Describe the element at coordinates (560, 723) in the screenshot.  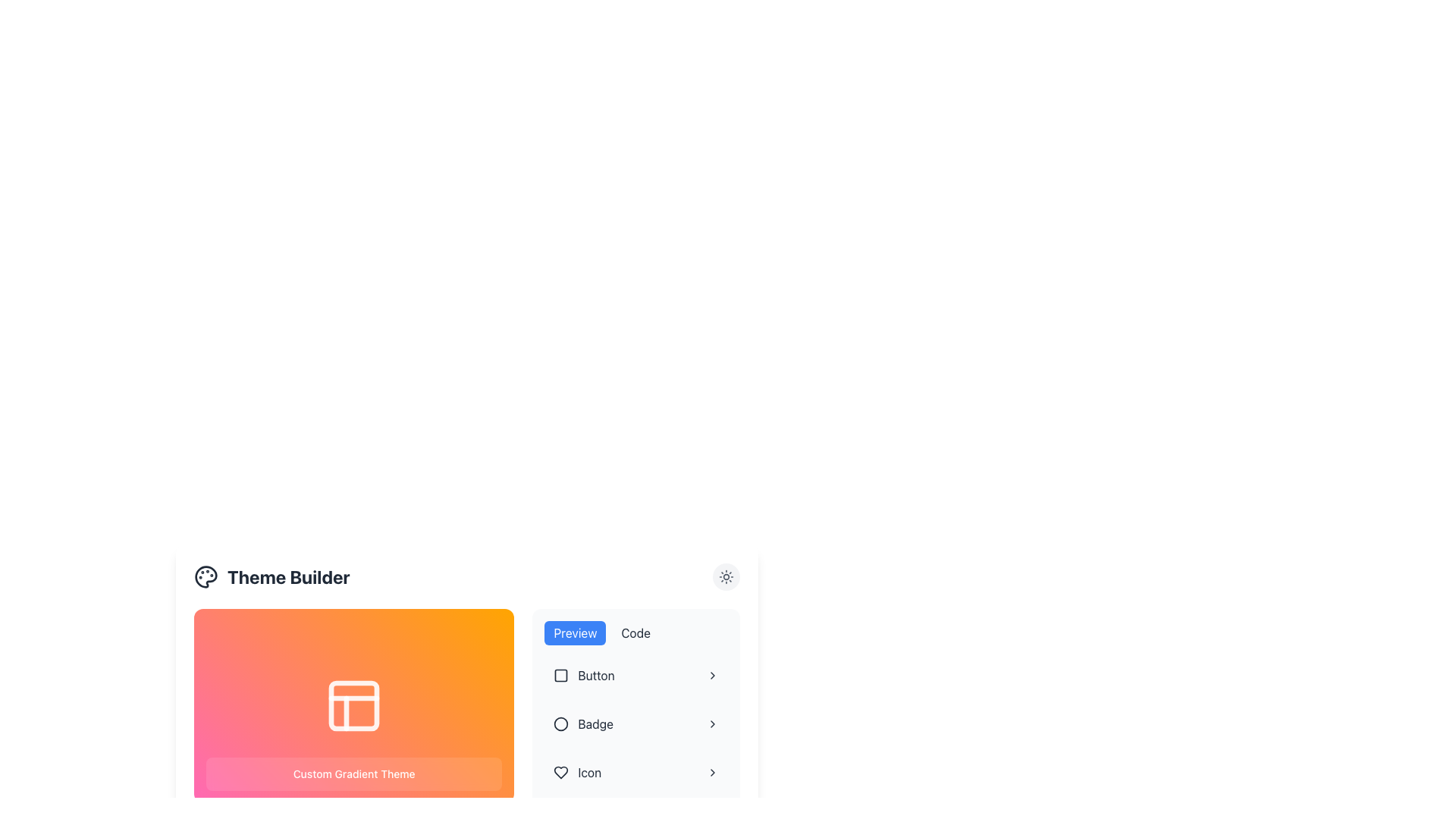
I see `the circular icon with a hollow center next to the text 'Badge' in the menu interface` at that location.